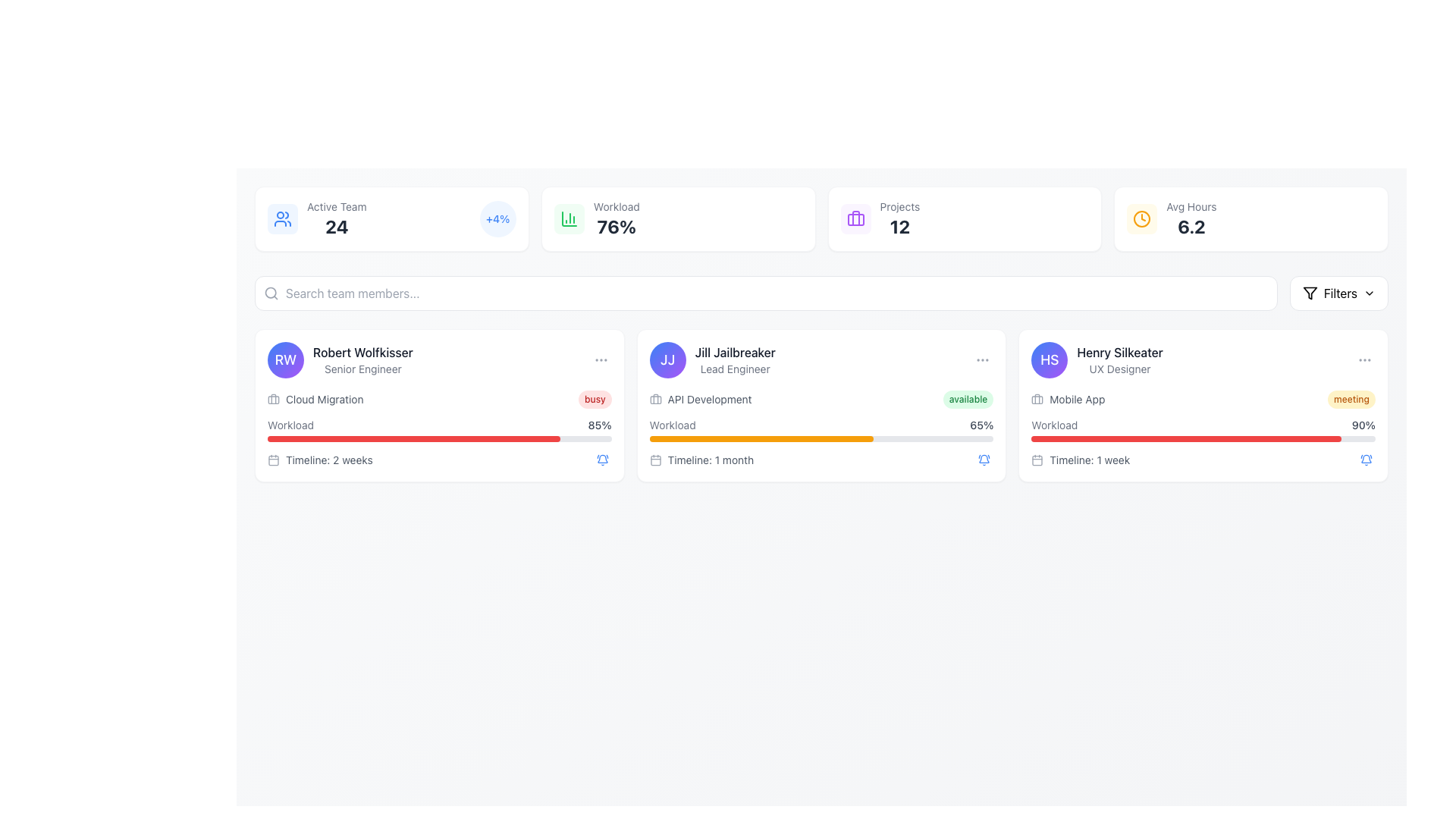  Describe the element at coordinates (1053, 425) in the screenshot. I see `text label displaying 'Workload' located in the bottom section of the card for 'Henry Silkeater', positioned to the left of the progress bar showing '90%'` at that location.